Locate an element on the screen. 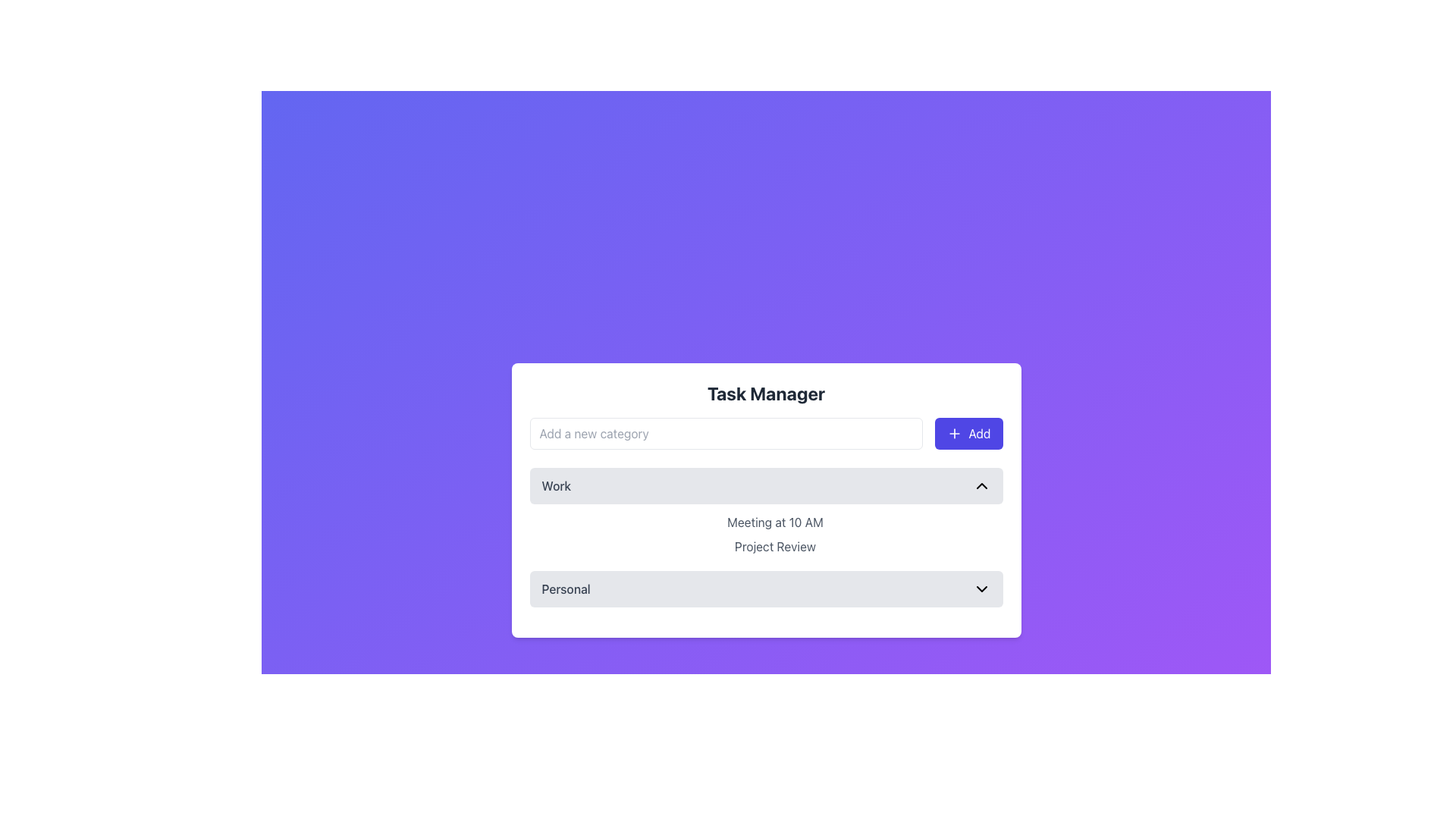 The image size is (1456, 819). the action button for adding a new category, located to the right of the text input field labeled 'Add a new category' is located at coordinates (968, 433).